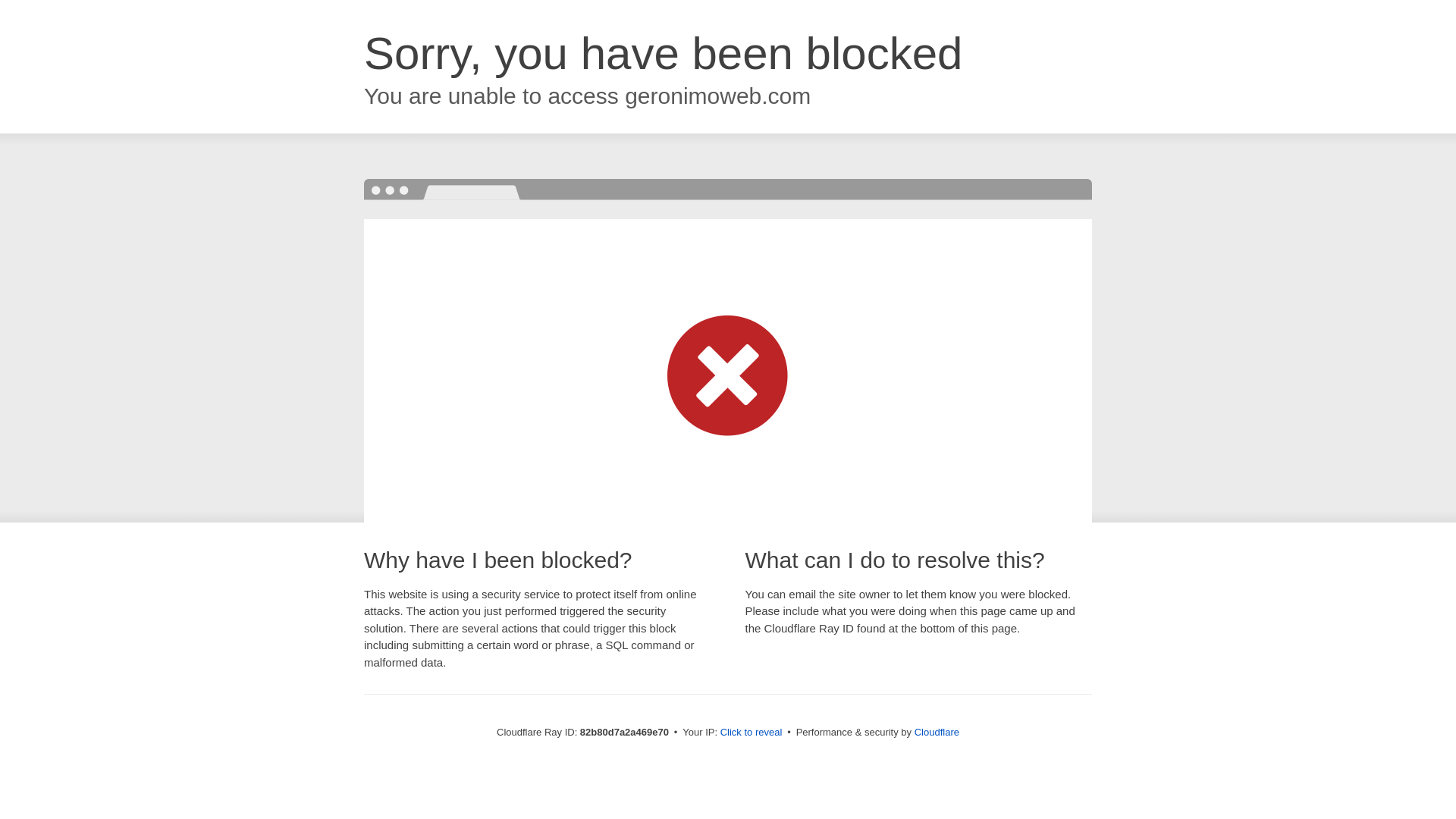 This screenshot has height=819, width=1456. What do you see at coordinates (936, 731) in the screenshot?
I see `'Cloudflare'` at bounding box center [936, 731].